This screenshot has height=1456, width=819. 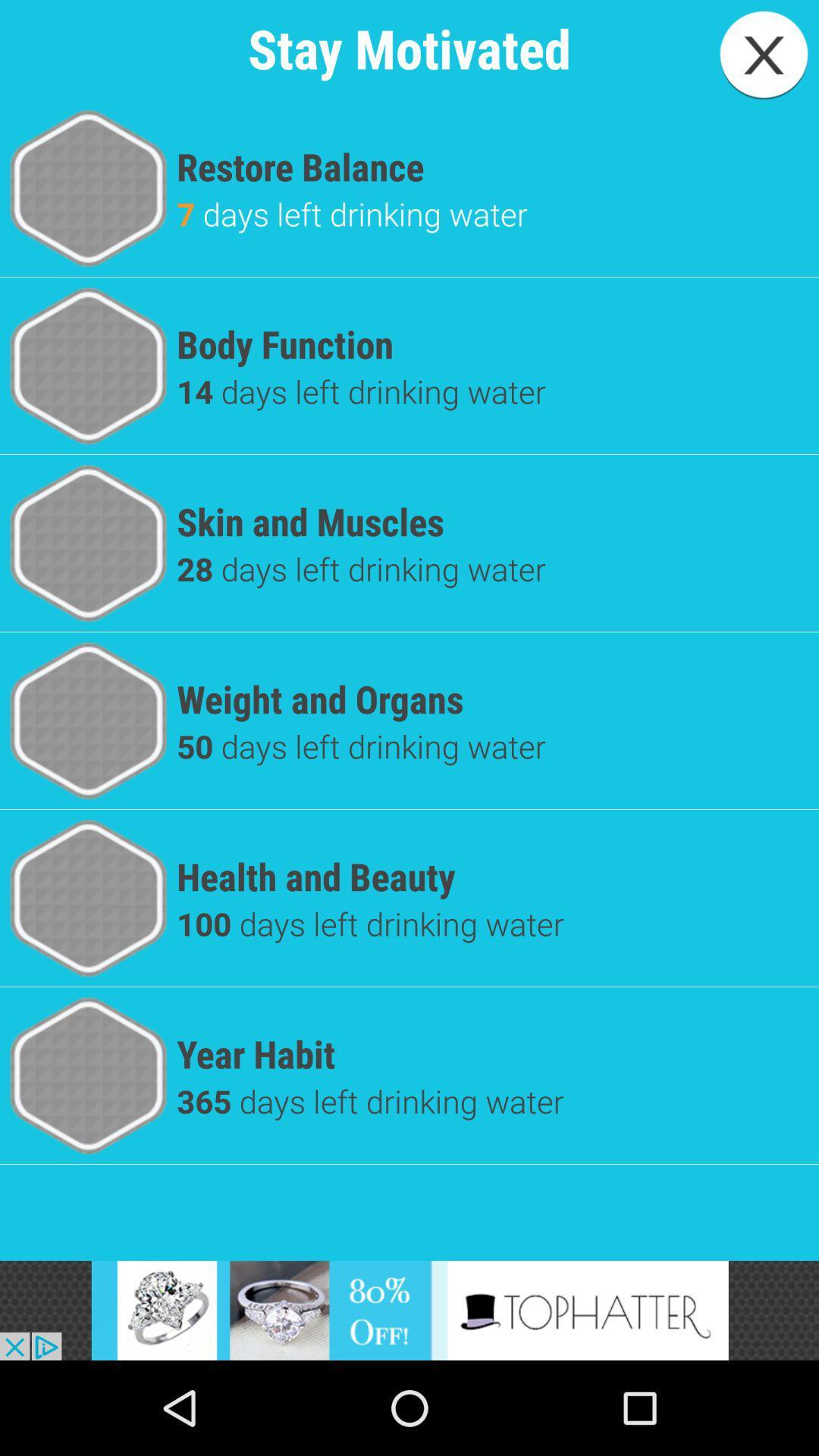 What do you see at coordinates (409, 1310) in the screenshot?
I see `show advertisement` at bounding box center [409, 1310].